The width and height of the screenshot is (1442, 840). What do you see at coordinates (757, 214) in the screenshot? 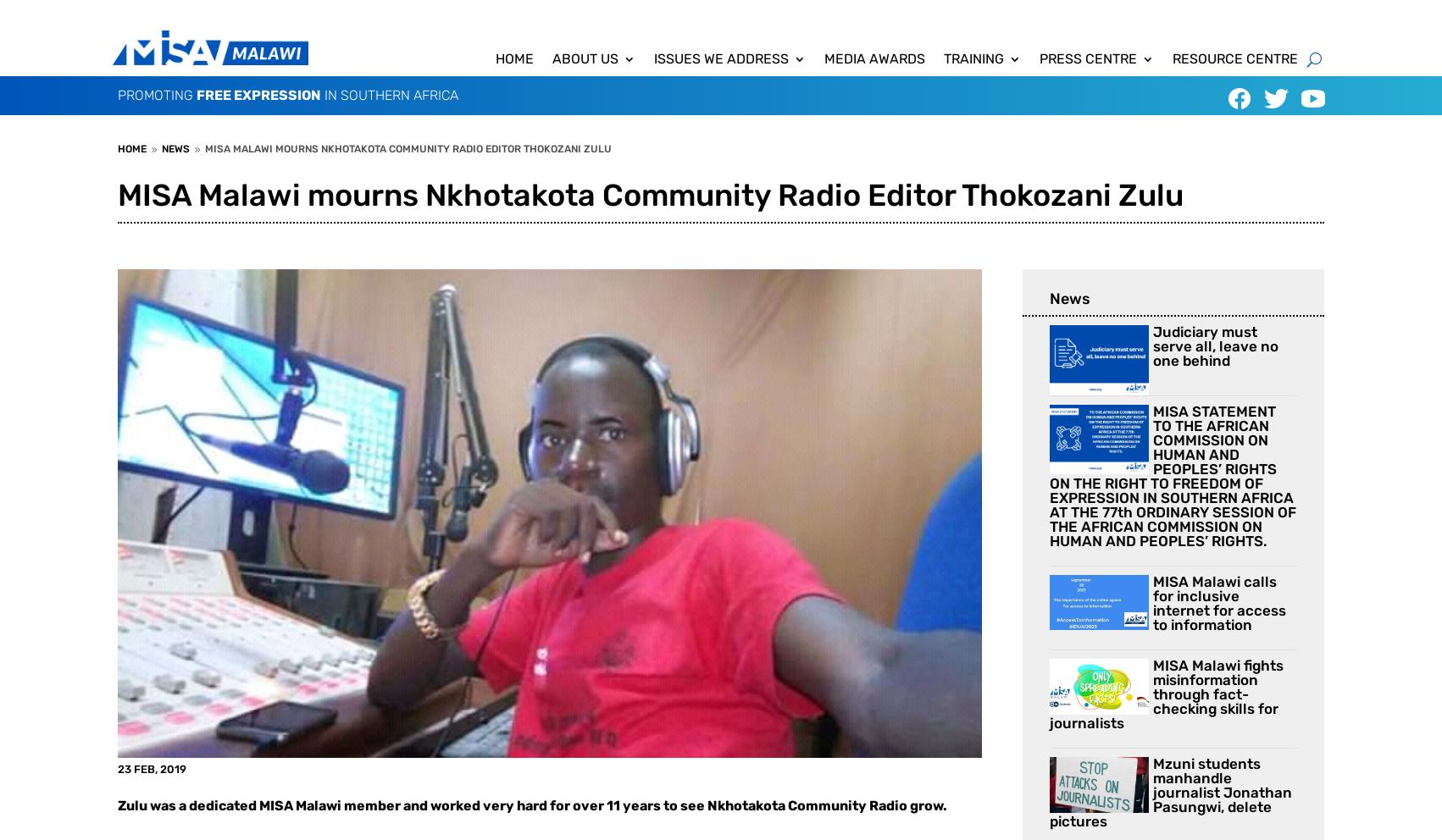
I see `'Media, elections & governance'` at bounding box center [757, 214].